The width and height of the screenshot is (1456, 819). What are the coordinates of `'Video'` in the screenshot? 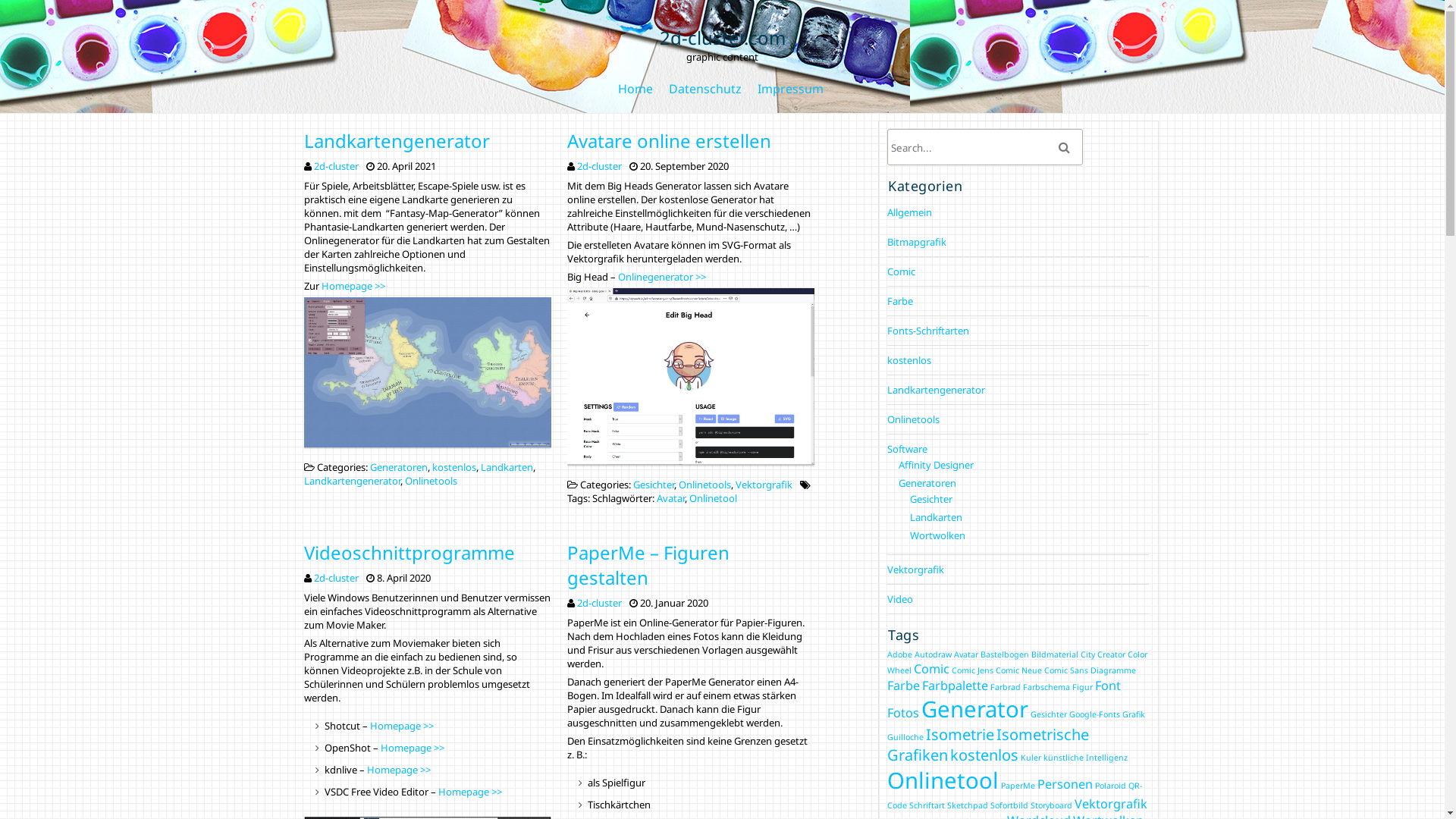 It's located at (887, 598).